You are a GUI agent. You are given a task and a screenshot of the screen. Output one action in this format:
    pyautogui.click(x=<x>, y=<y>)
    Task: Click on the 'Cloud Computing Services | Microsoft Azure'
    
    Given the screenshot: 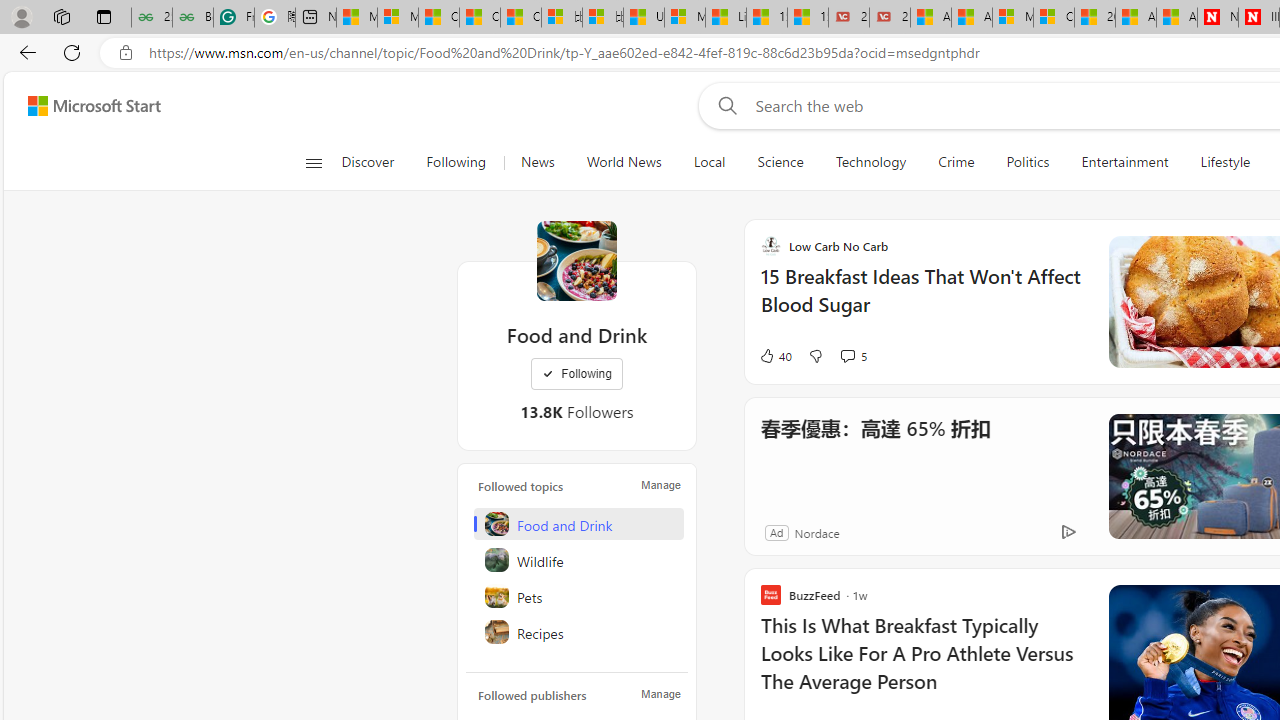 What is the action you would take?
    pyautogui.click(x=1053, y=17)
    